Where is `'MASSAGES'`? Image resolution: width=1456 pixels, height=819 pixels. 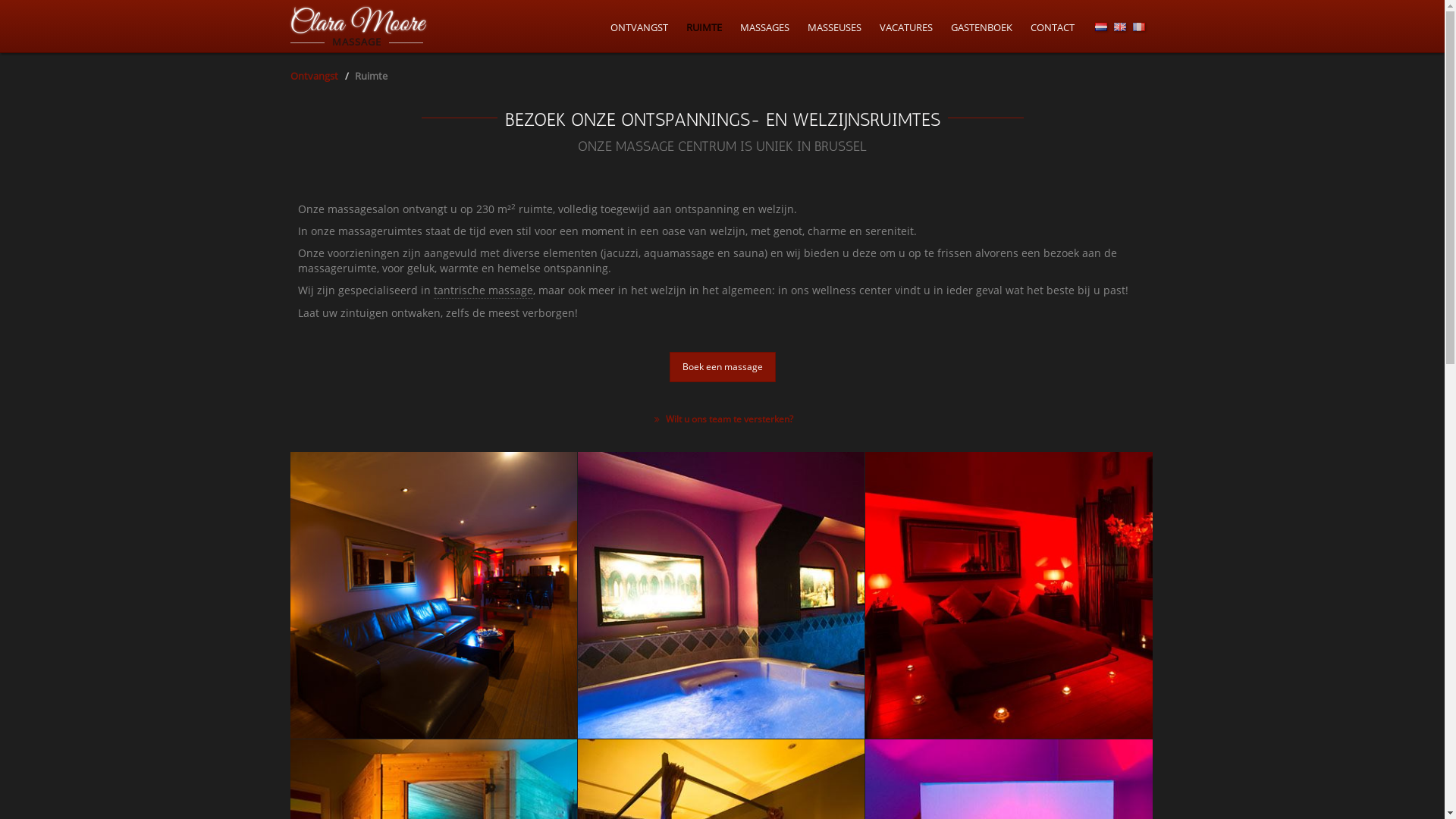 'MASSAGES' is located at coordinates (764, 27).